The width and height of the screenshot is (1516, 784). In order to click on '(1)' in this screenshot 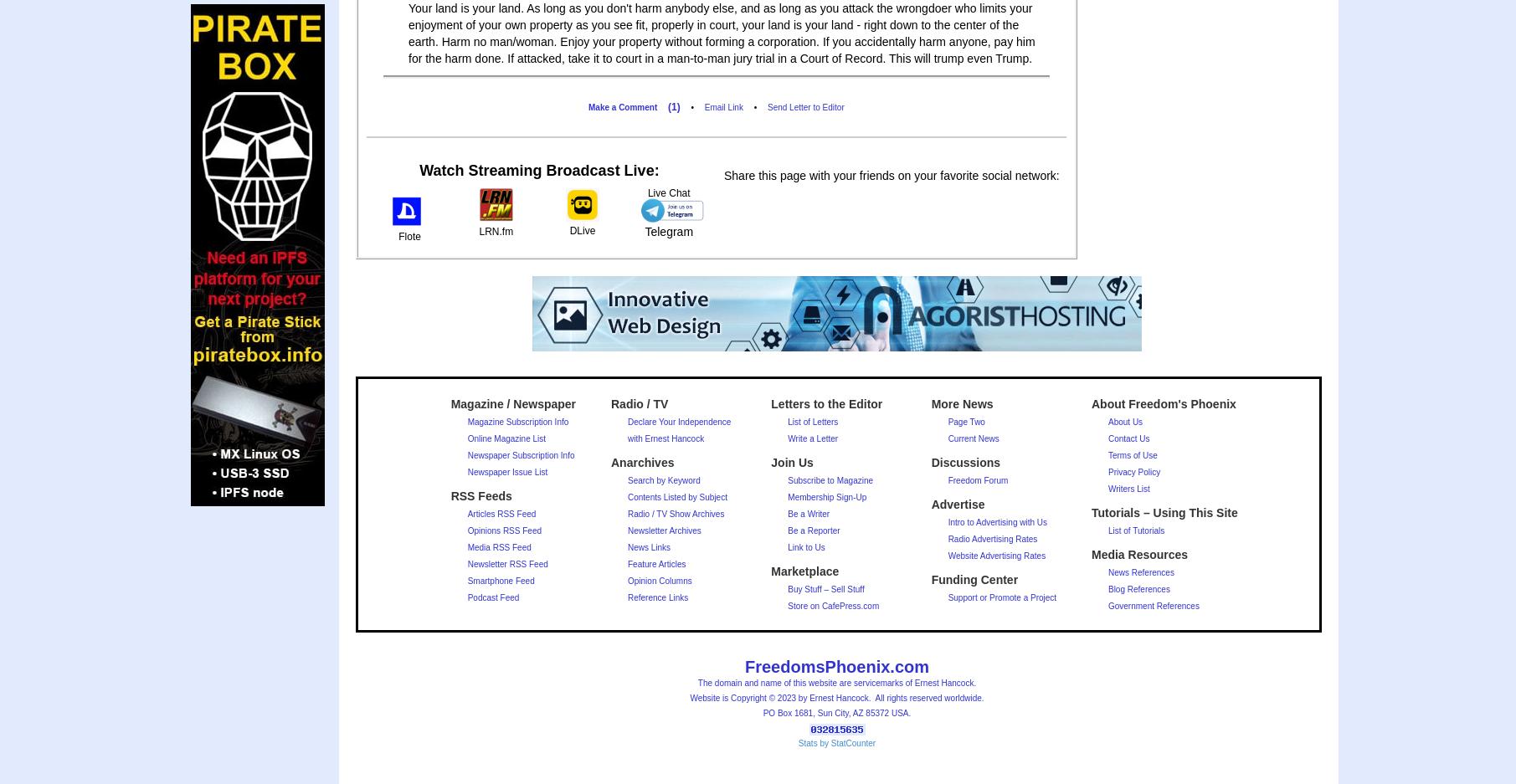, I will do `click(672, 106)`.